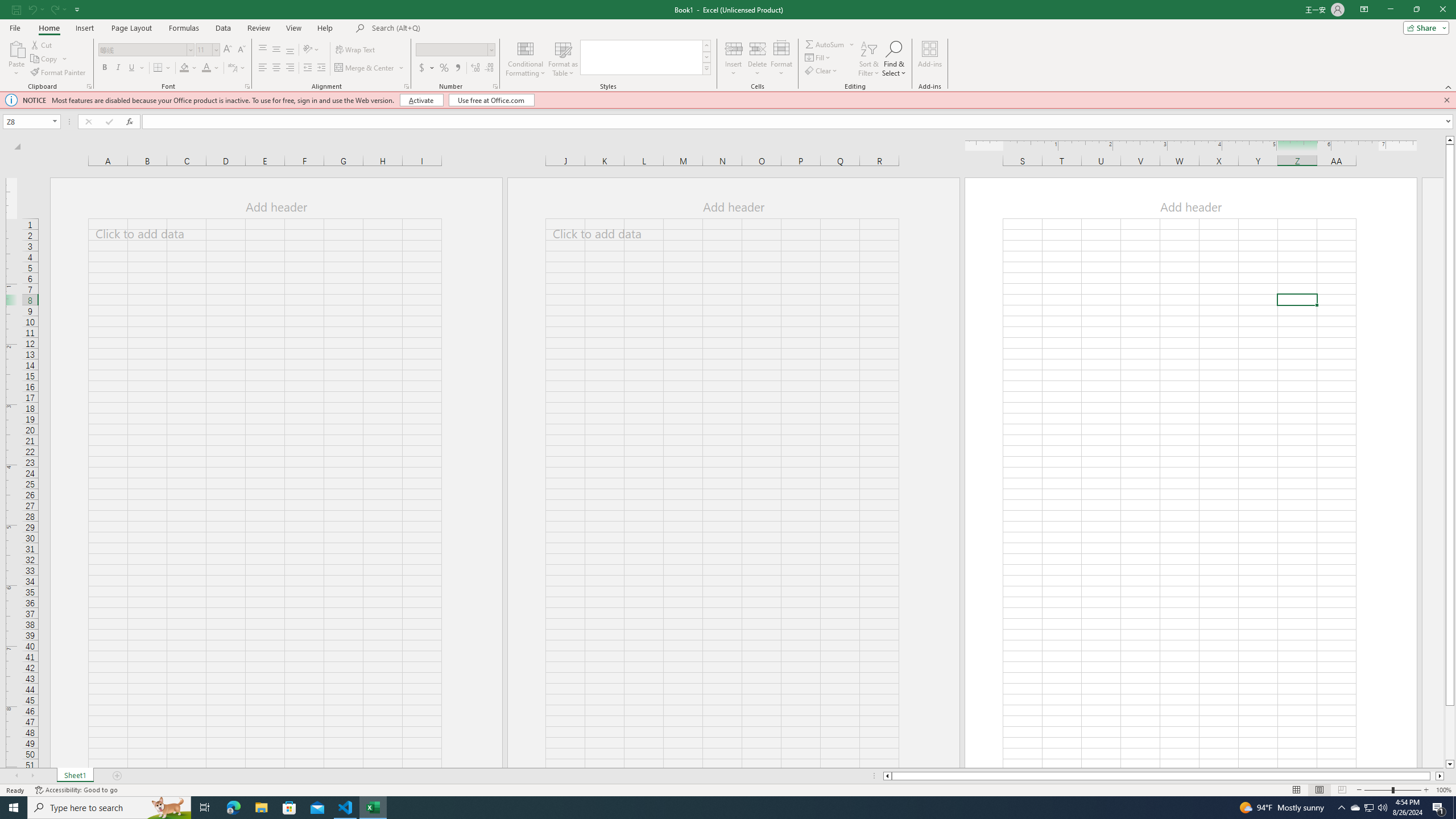 This screenshot has width=1456, height=819. What do you see at coordinates (733, 48) in the screenshot?
I see `'Insert Cells'` at bounding box center [733, 48].